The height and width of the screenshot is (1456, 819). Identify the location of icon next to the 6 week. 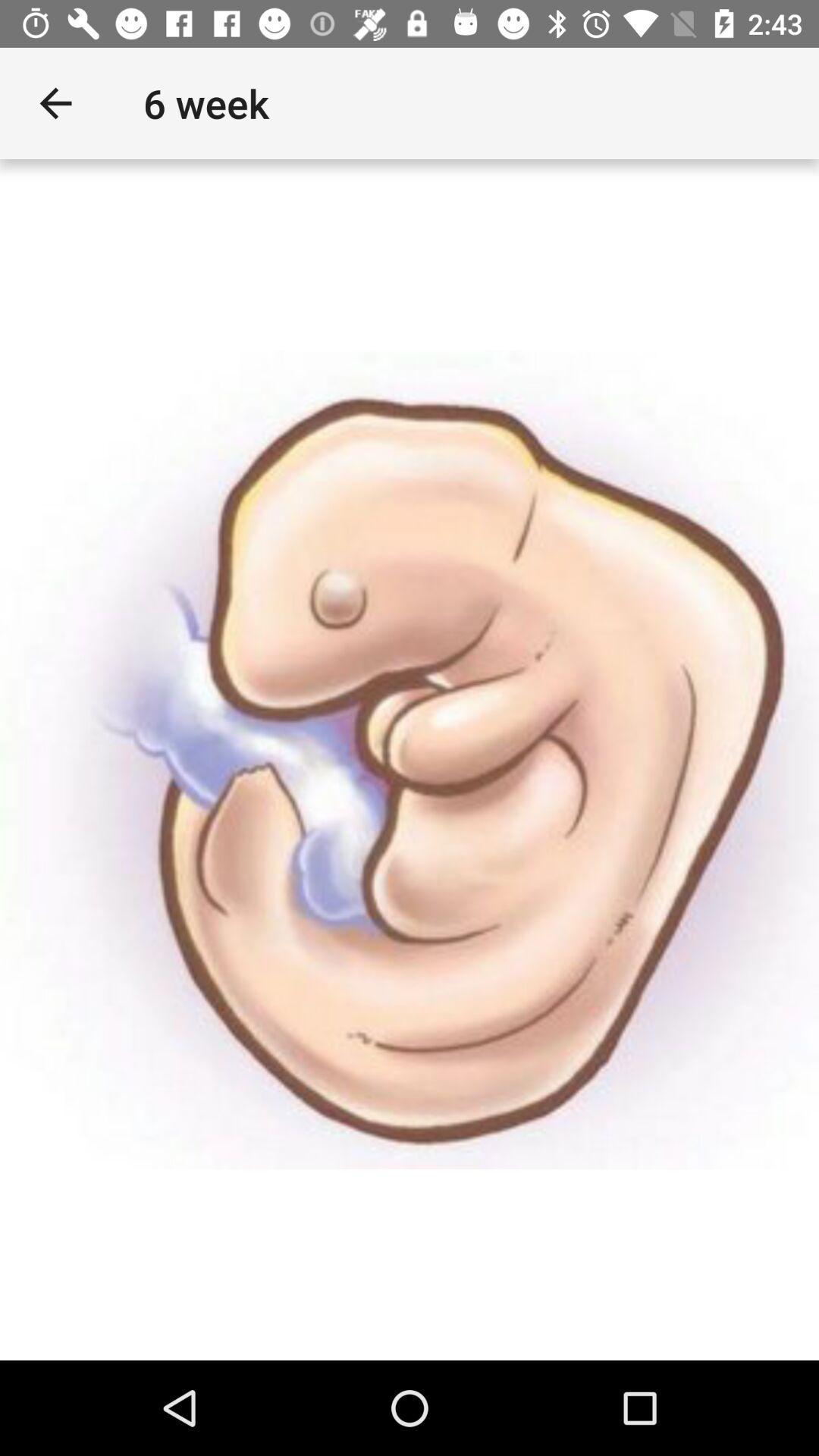
(55, 102).